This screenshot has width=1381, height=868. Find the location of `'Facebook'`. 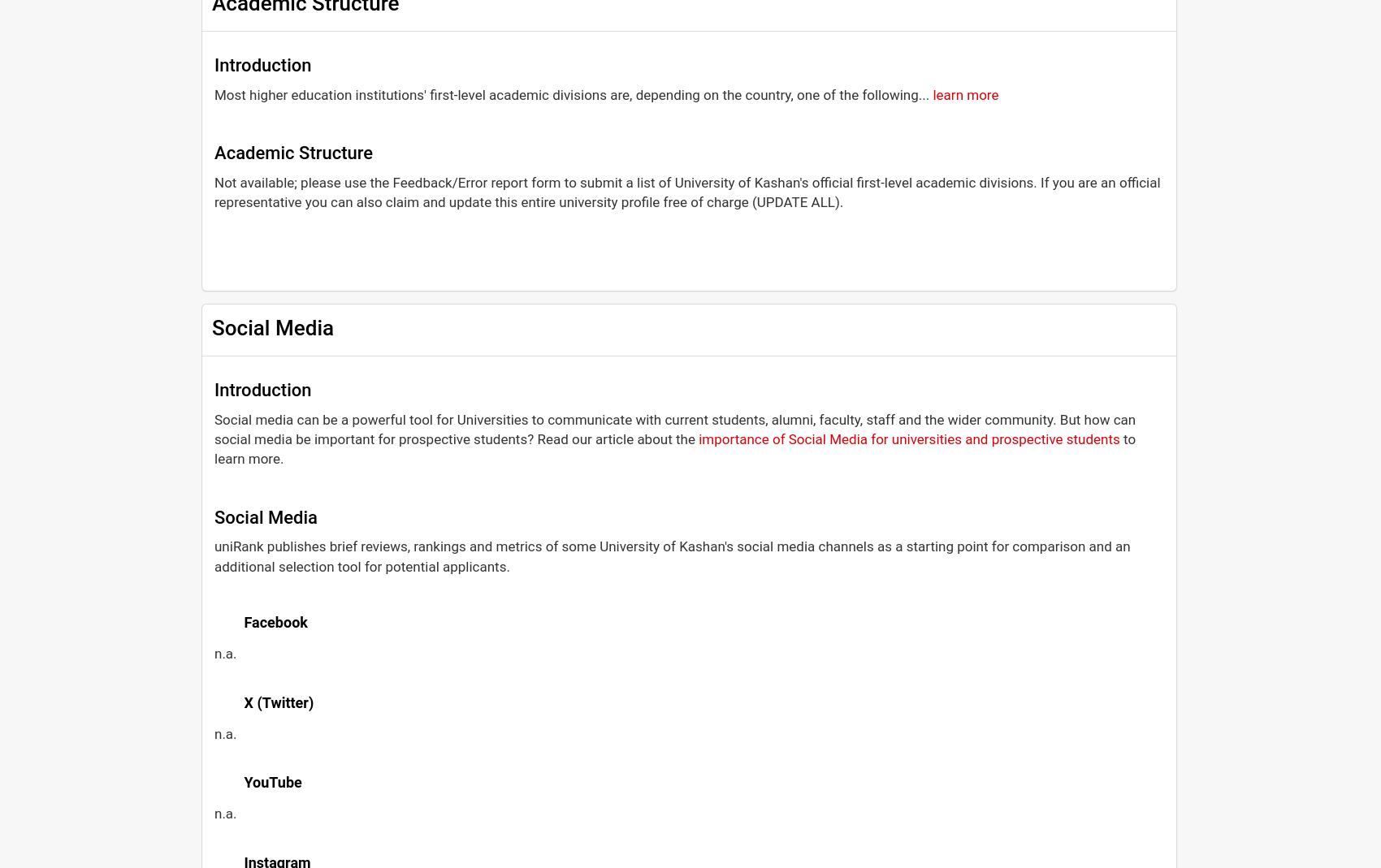

'Facebook' is located at coordinates (274, 622).